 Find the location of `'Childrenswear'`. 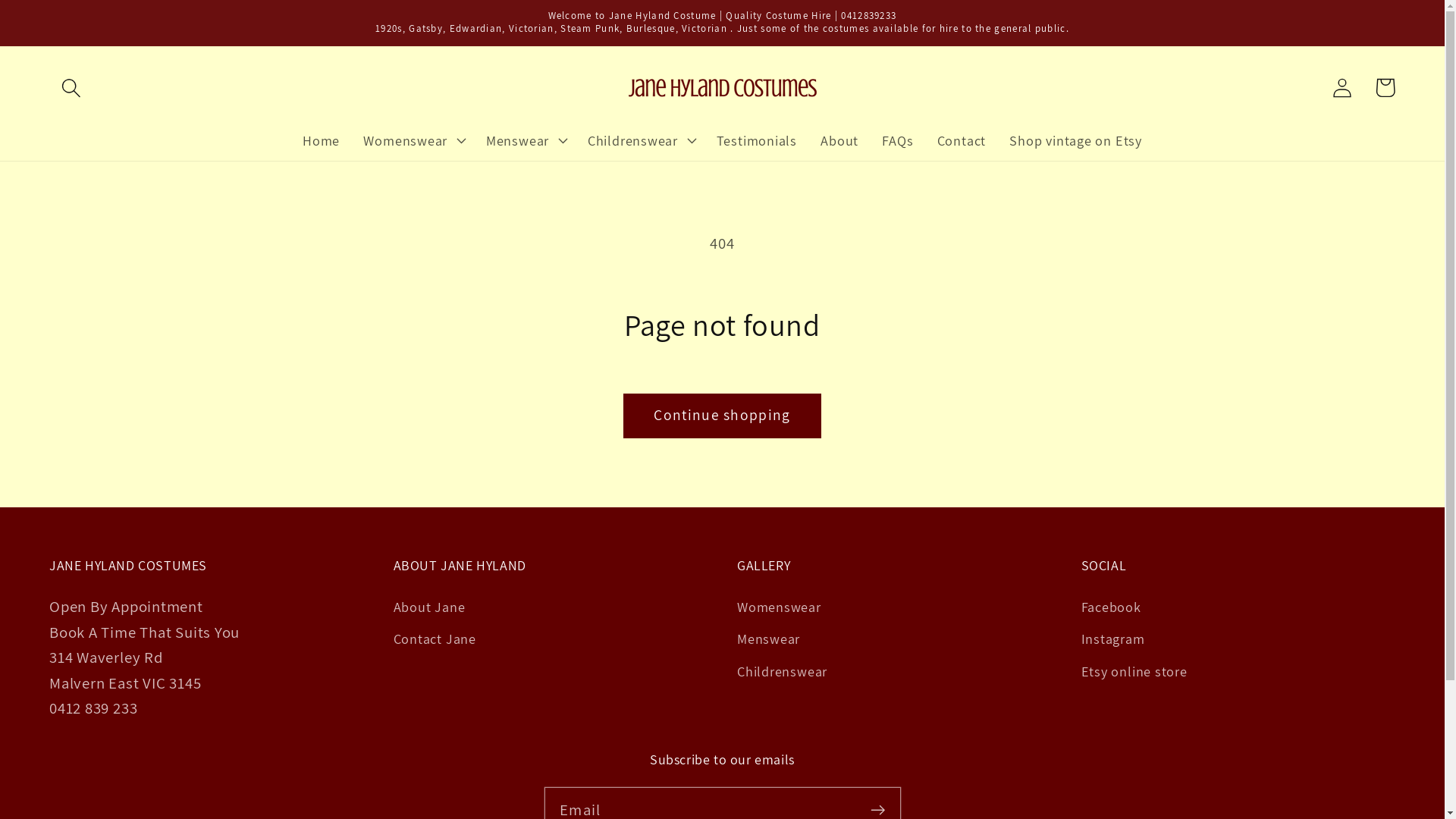

'Childrenswear' is located at coordinates (586, 140).